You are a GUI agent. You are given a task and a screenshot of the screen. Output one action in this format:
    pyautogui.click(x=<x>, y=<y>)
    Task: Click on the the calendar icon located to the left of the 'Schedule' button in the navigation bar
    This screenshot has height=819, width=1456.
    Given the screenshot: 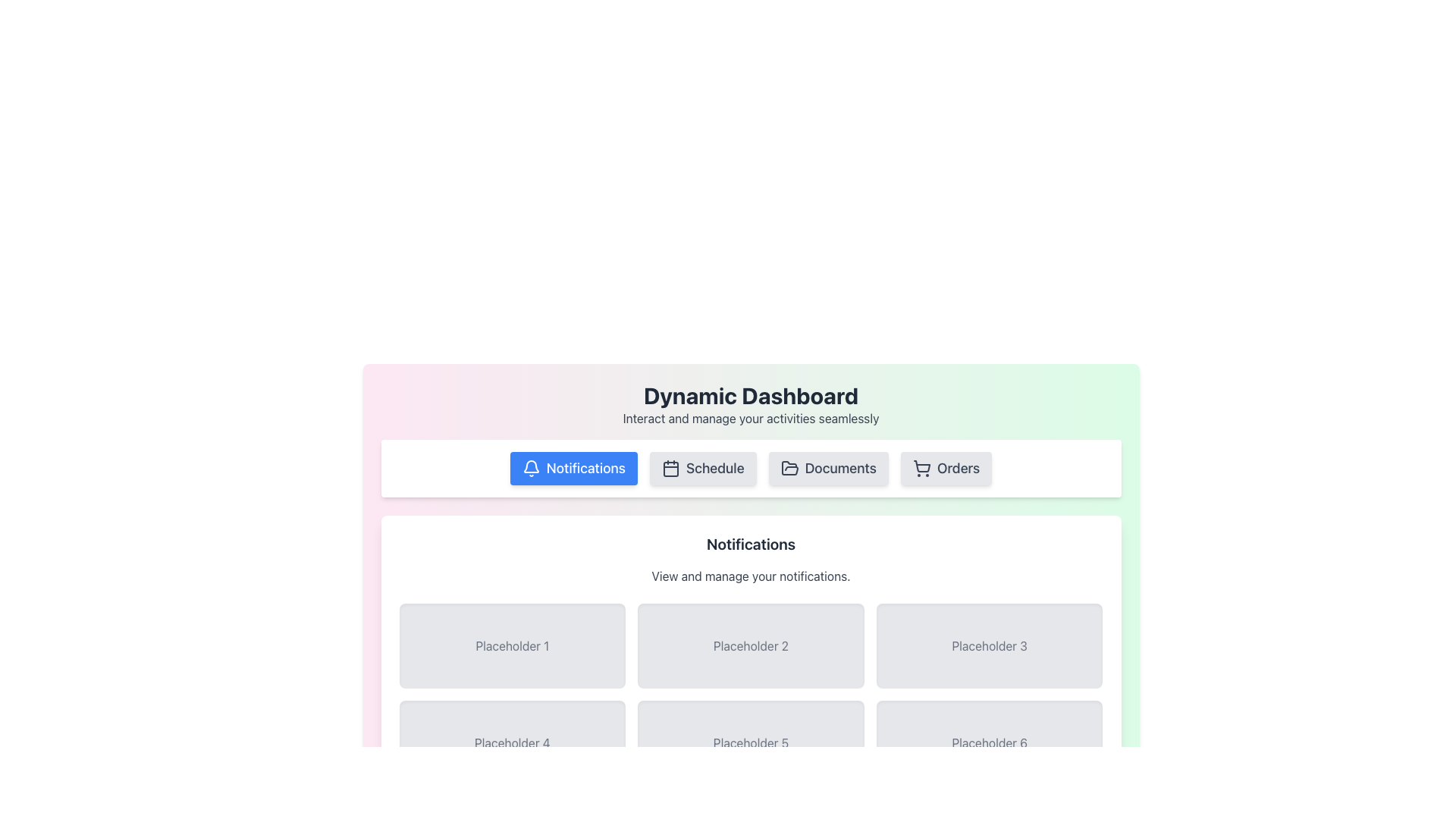 What is the action you would take?
    pyautogui.click(x=670, y=467)
    